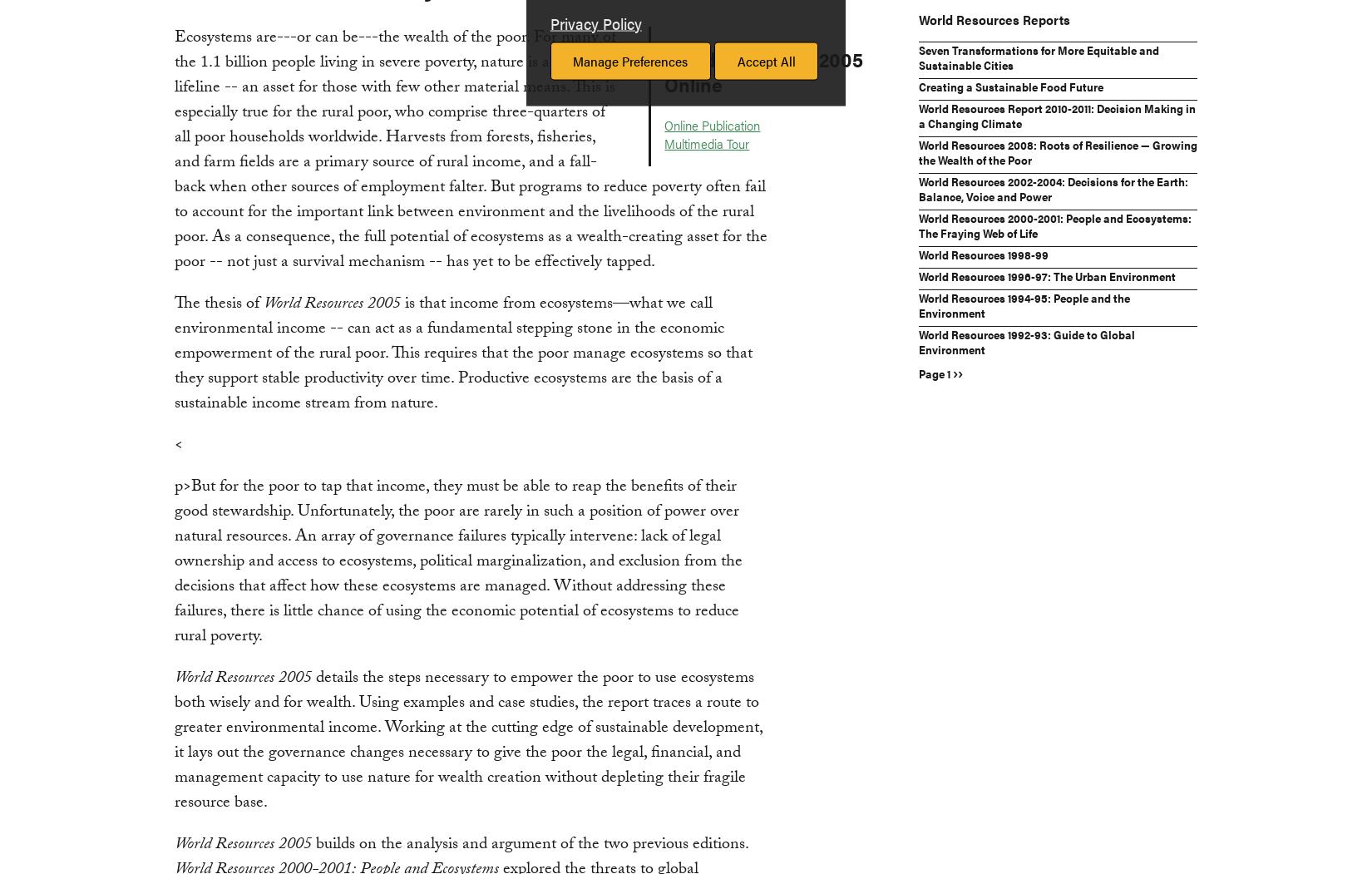  Describe the element at coordinates (218, 303) in the screenshot. I see `'The thesis of'` at that location.